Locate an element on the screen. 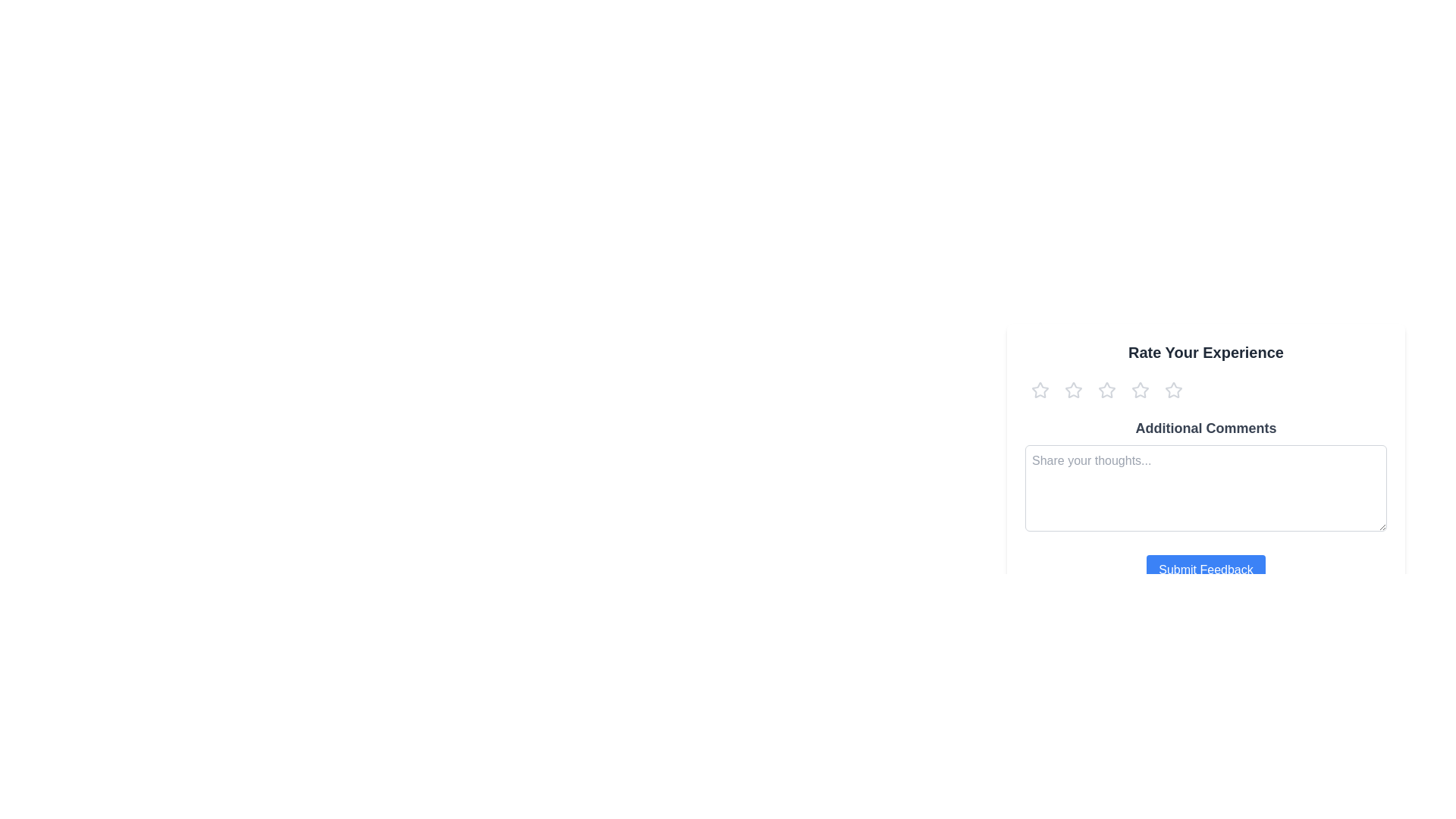 Image resolution: width=1456 pixels, height=819 pixels. the fourth star icon in the rating system is located at coordinates (1140, 390).